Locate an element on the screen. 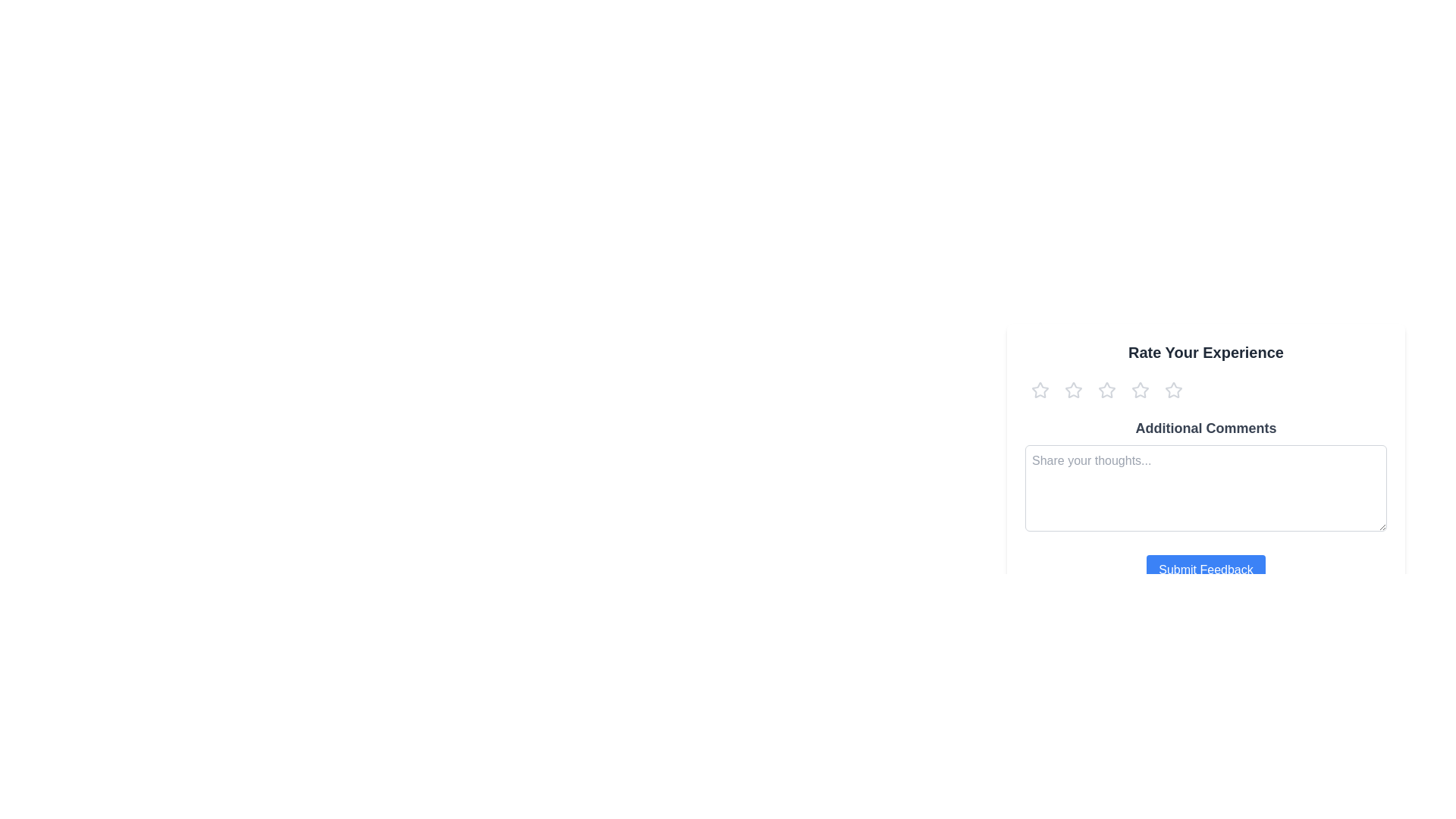 Image resolution: width=1456 pixels, height=819 pixels. the fourth star icon in the rating system is located at coordinates (1140, 390).